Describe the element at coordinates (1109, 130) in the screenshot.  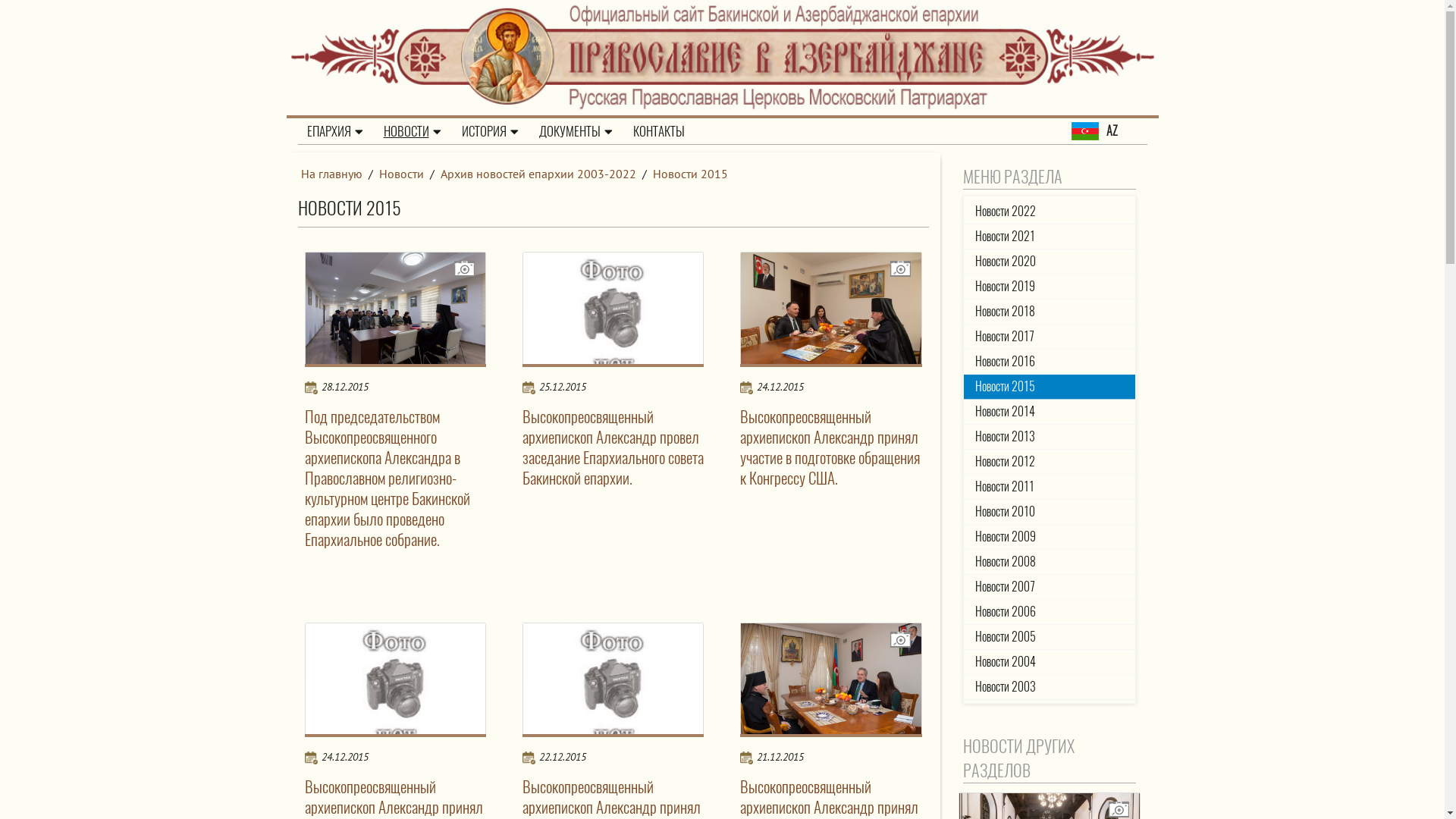
I see `'AZ'` at that location.